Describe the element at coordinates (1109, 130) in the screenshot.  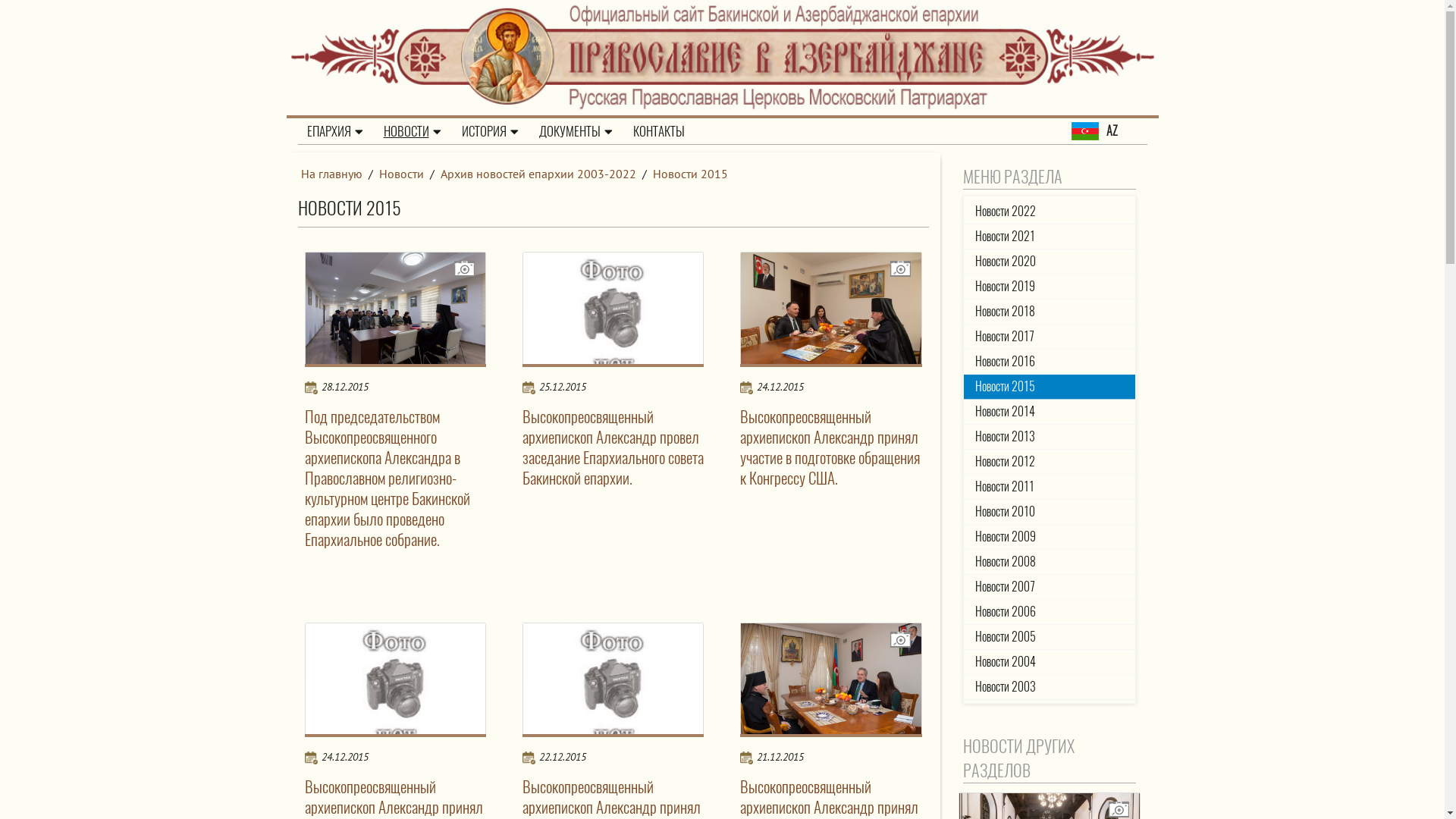
I see `'AZ'` at that location.